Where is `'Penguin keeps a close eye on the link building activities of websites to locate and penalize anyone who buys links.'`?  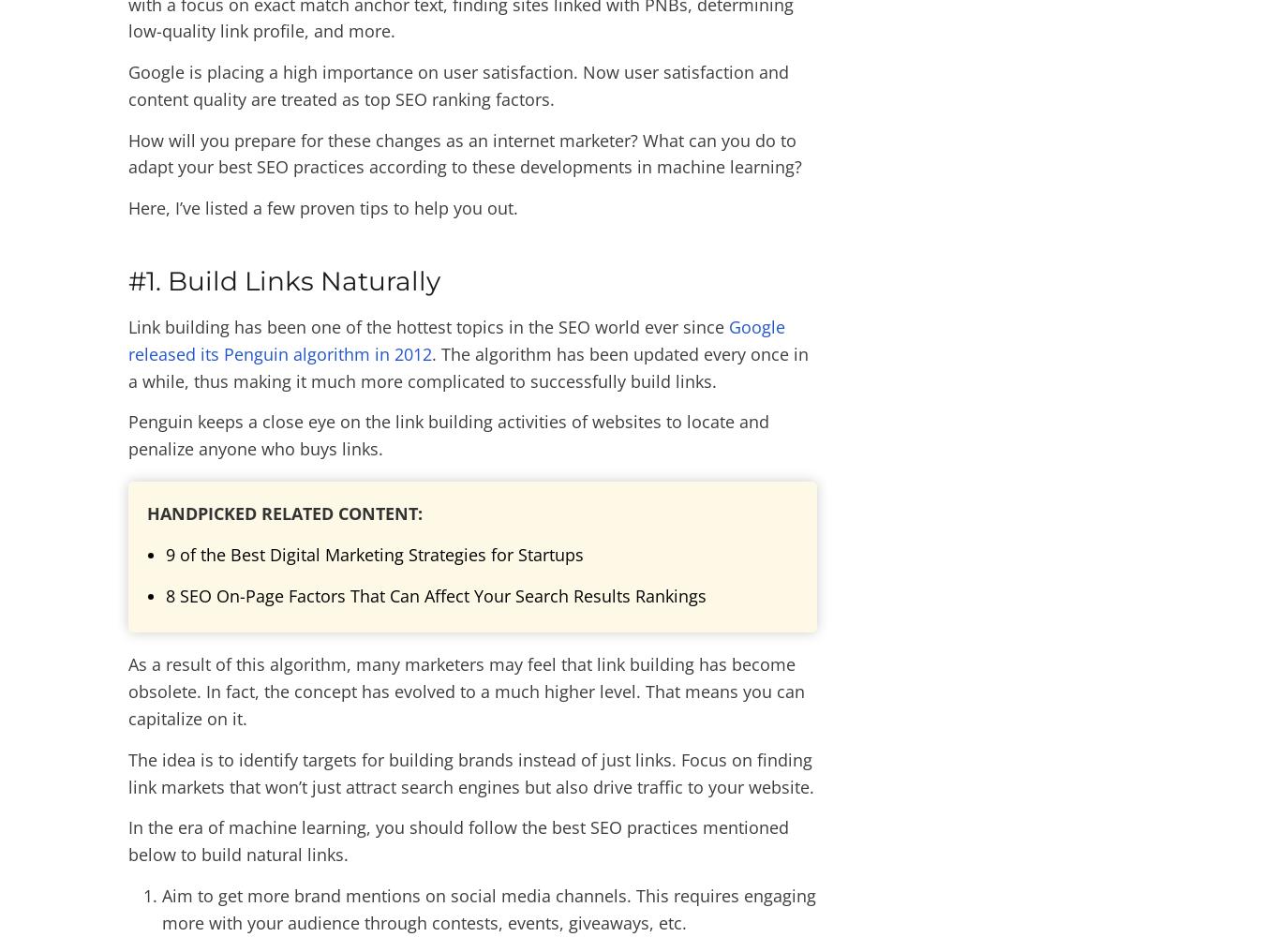 'Penguin keeps a close eye on the link building activities of websites to locate and penalize anyone who buys links.' is located at coordinates (449, 435).